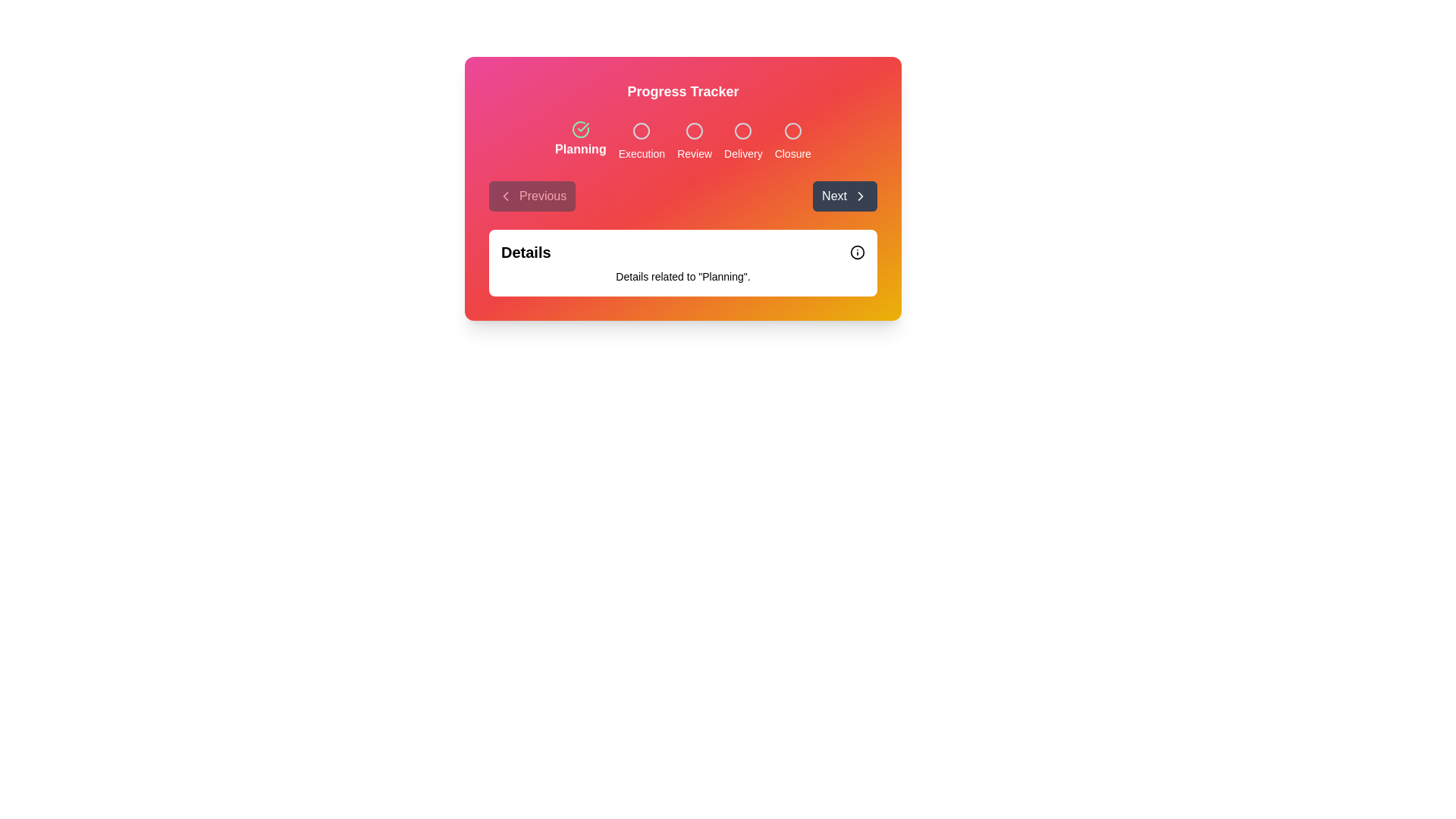 This screenshot has height=819, width=1456. Describe the element at coordinates (642, 130) in the screenshot. I see `the 'Execution' step icon in the progress tracker, which is the second icon in the horizontal sequence beneath the 'Progress Tracker' label` at that location.